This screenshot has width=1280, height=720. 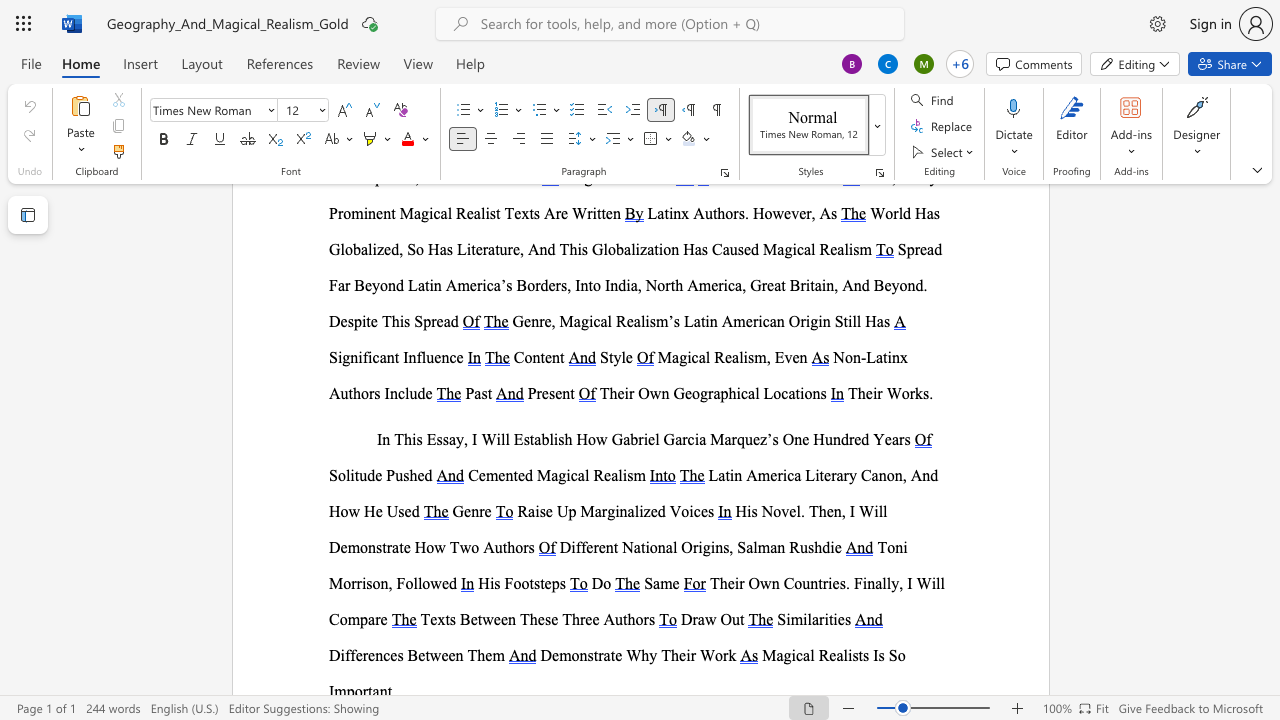 I want to click on the space between the continuous character "i" and "n" in the text, so click(x=674, y=213).